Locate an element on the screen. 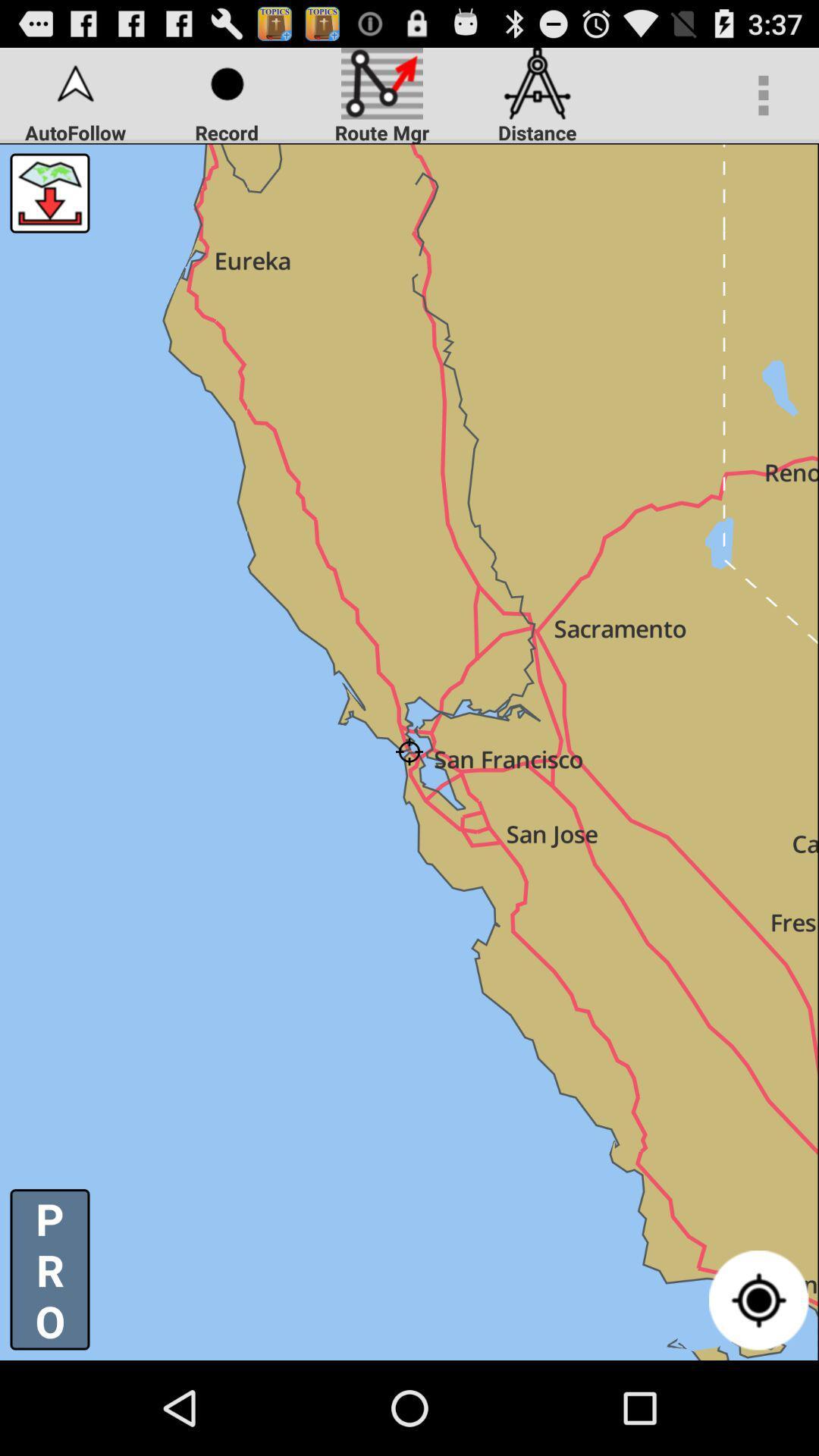 The height and width of the screenshot is (1456, 819). the p is located at coordinates (49, 1269).